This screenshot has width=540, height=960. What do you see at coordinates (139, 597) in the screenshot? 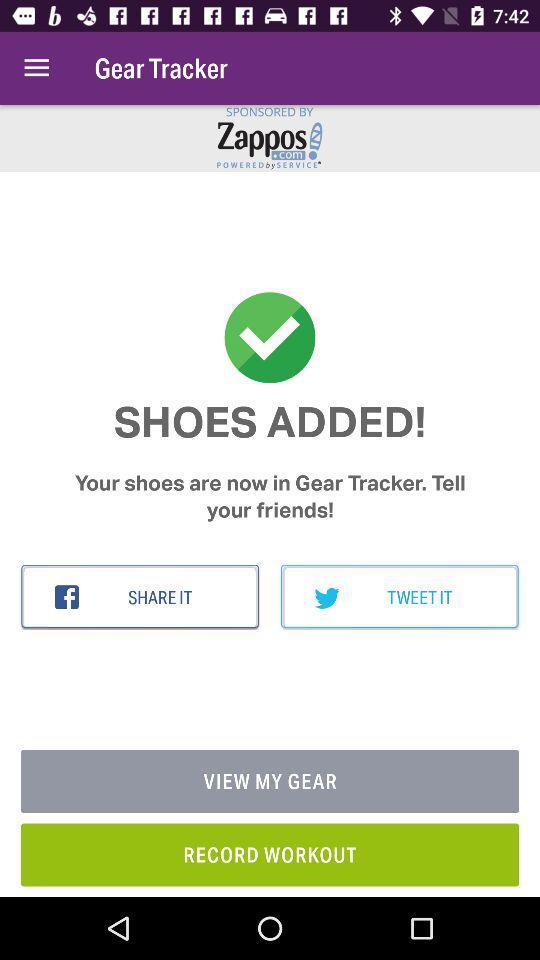
I see `the share it icon` at bounding box center [139, 597].